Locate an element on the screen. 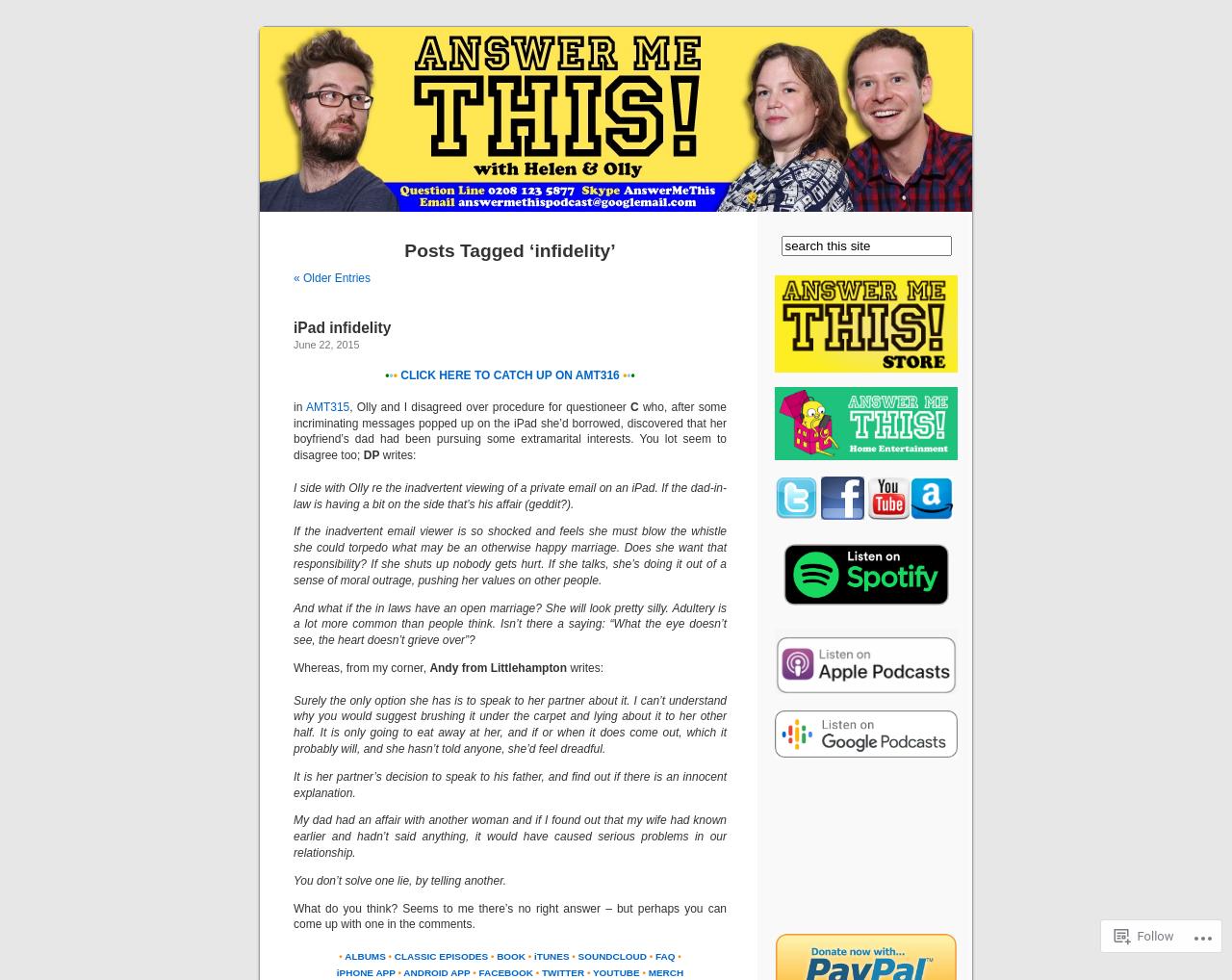 Image resolution: width=1232 pixels, height=980 pixels. 'You don’t solve one lie, by telling another.' is located at coordinates (398, 879).